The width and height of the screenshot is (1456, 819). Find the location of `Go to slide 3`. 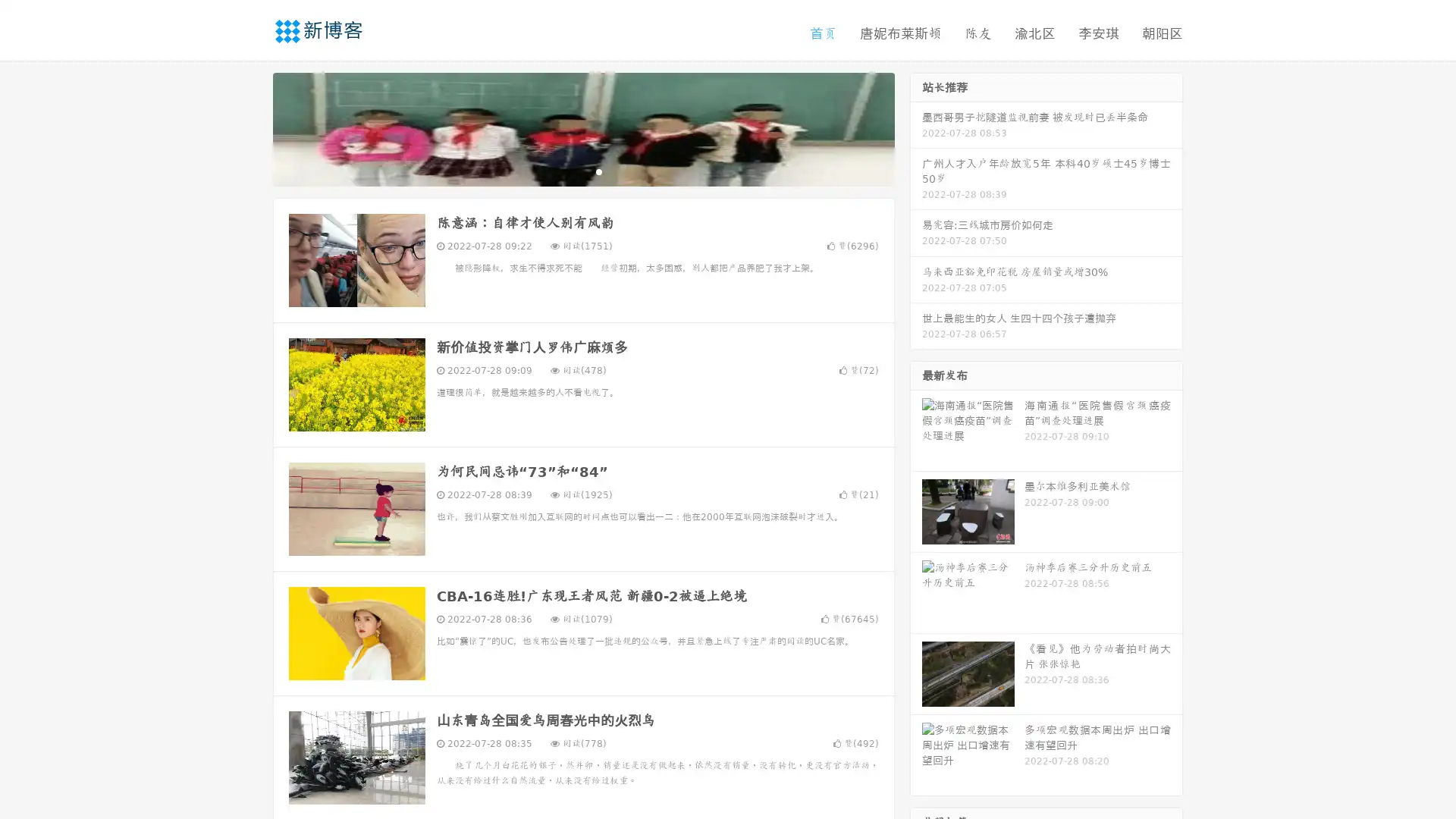

Go to slide 3 is located at coordinates (598, 171).